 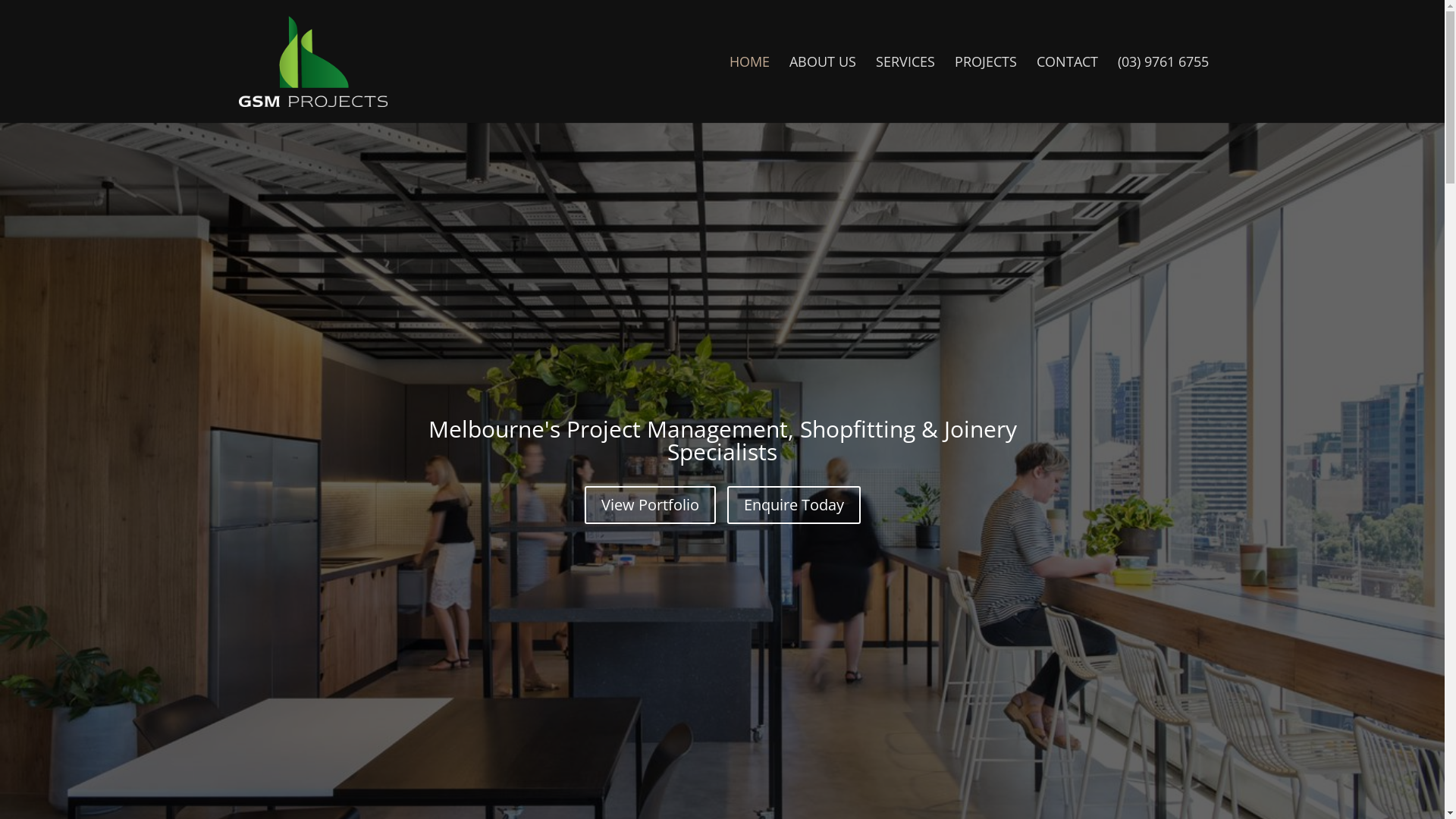 I want to click on 'Enquire Today', so click(x=792, y=505).